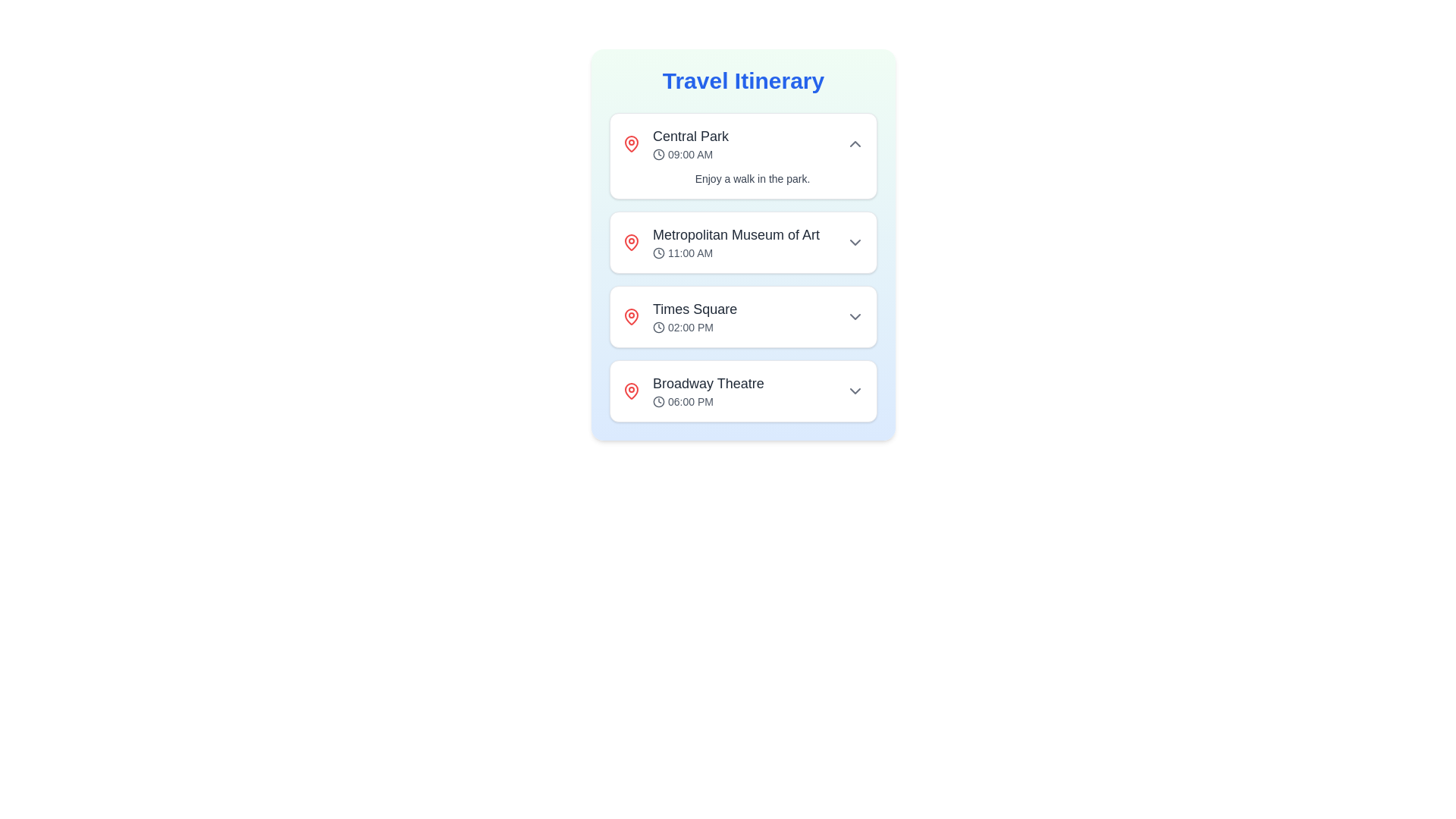 This screenshot has width=1456, height=819. I want to click on the red map pin icon located in the fourth item of the 'Travel Itinerary' section, adjacent to the text 'Broadway Theatre', so click(632, 391).